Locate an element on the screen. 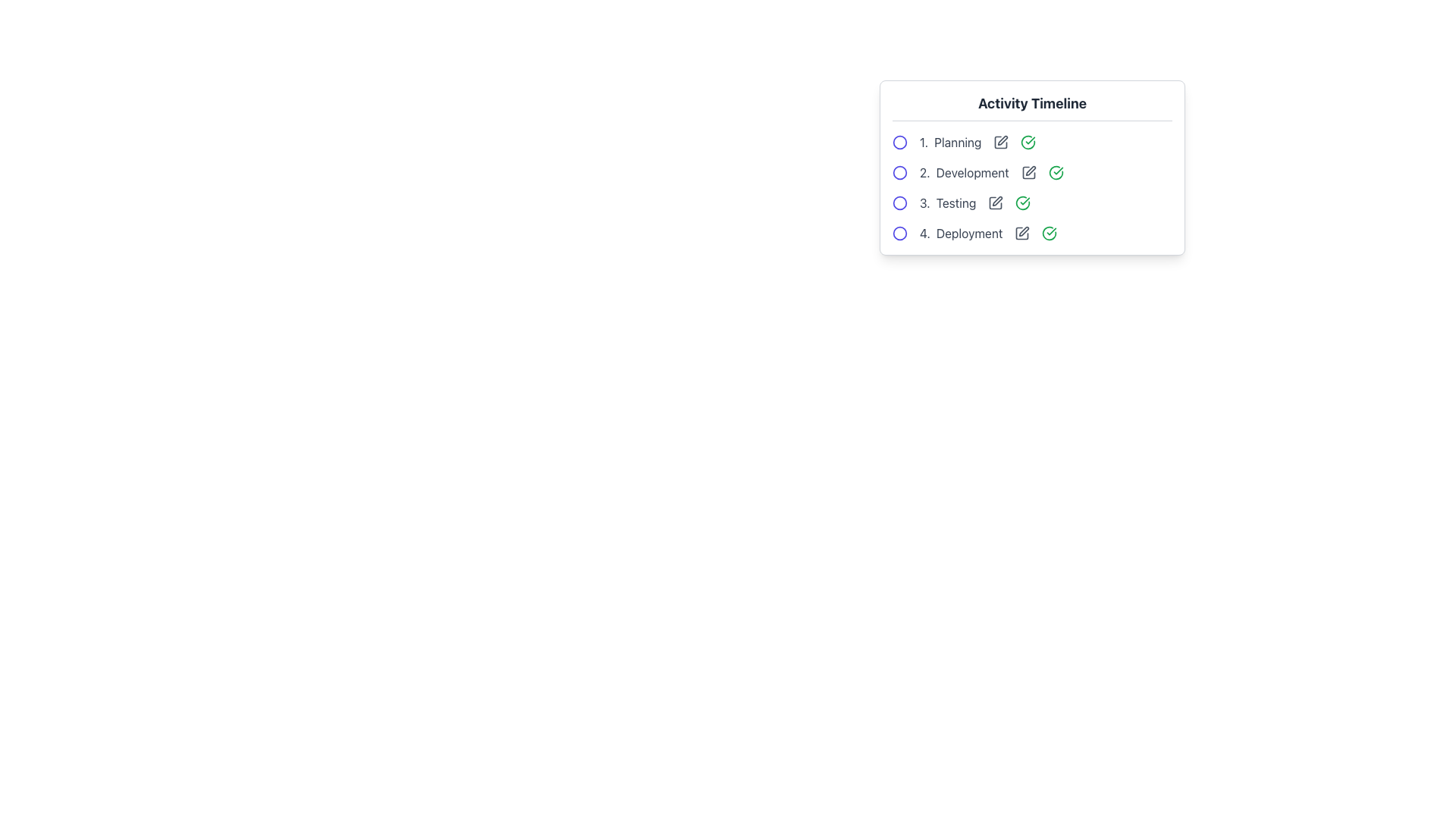 The width and height of the screenshot is (1456, 819). the square outline icon representing the 'Deployment' task in the 'Activity Timeline' section is located at coordinates (1022, 234).